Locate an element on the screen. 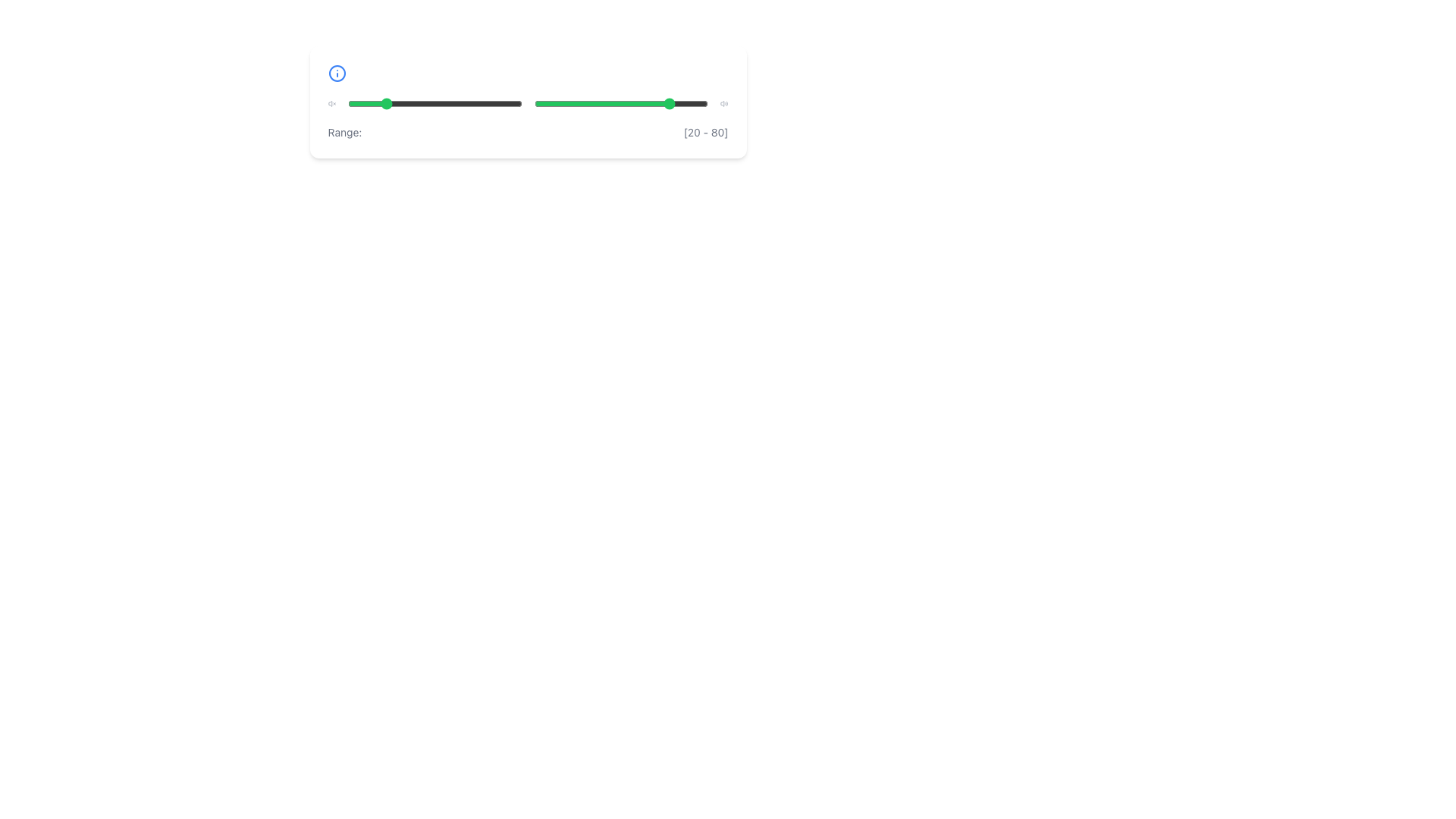 The image size is (1456, 819). the slider value is located at coordinates (568, 103).